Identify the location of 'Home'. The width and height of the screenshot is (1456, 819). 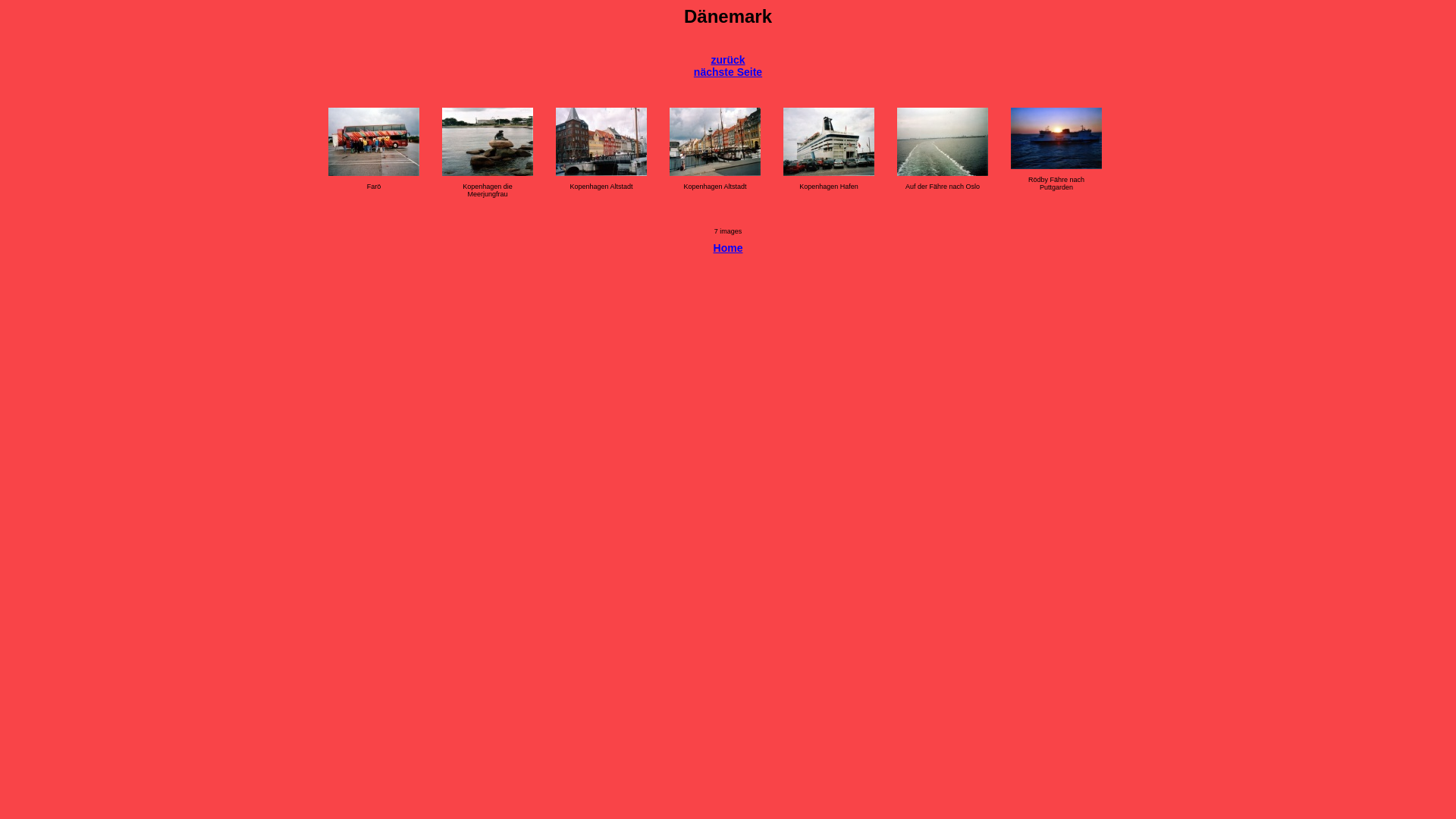
(728, 247).